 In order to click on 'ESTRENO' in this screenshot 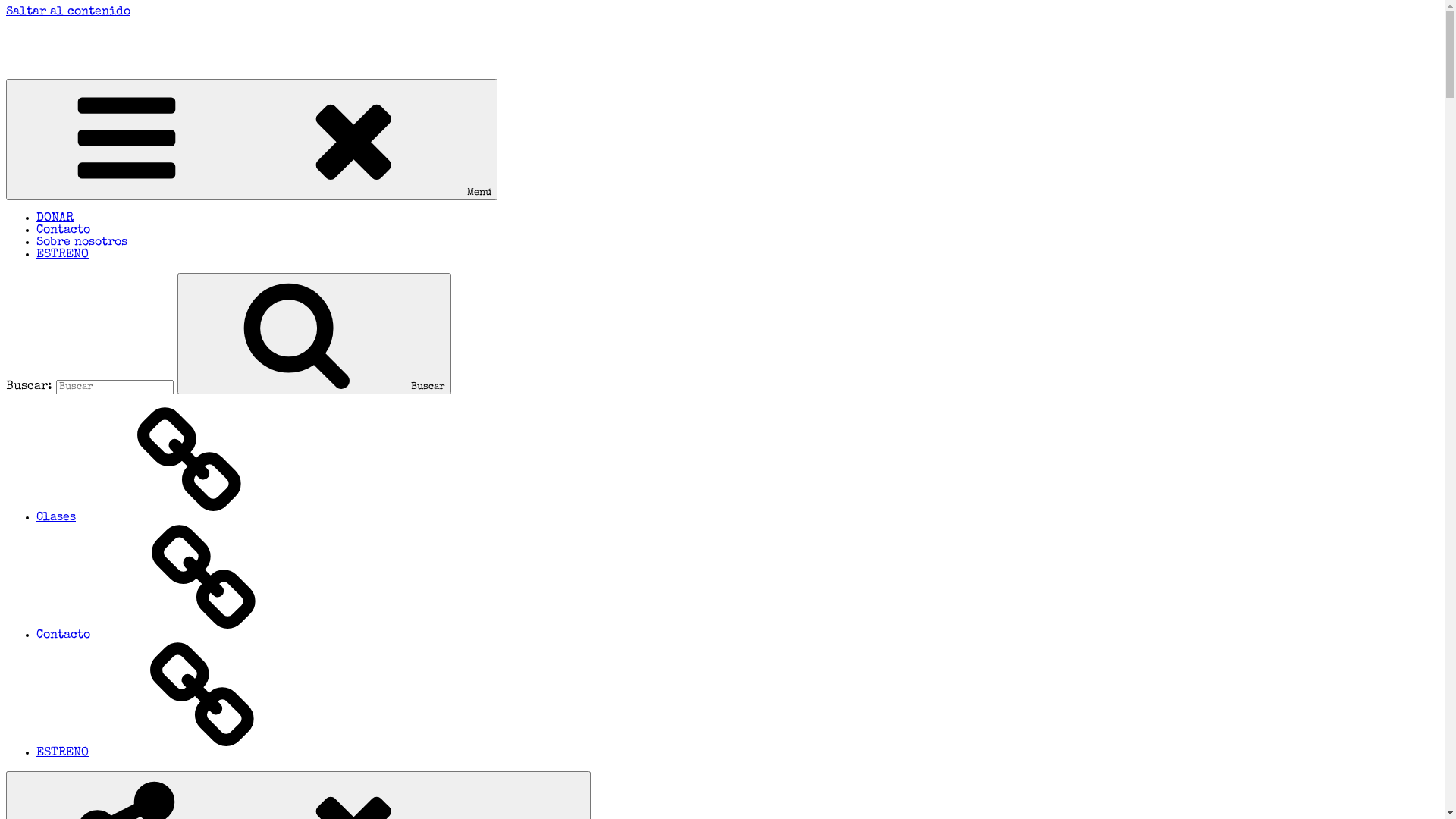, I will do `click(61, 253)`.